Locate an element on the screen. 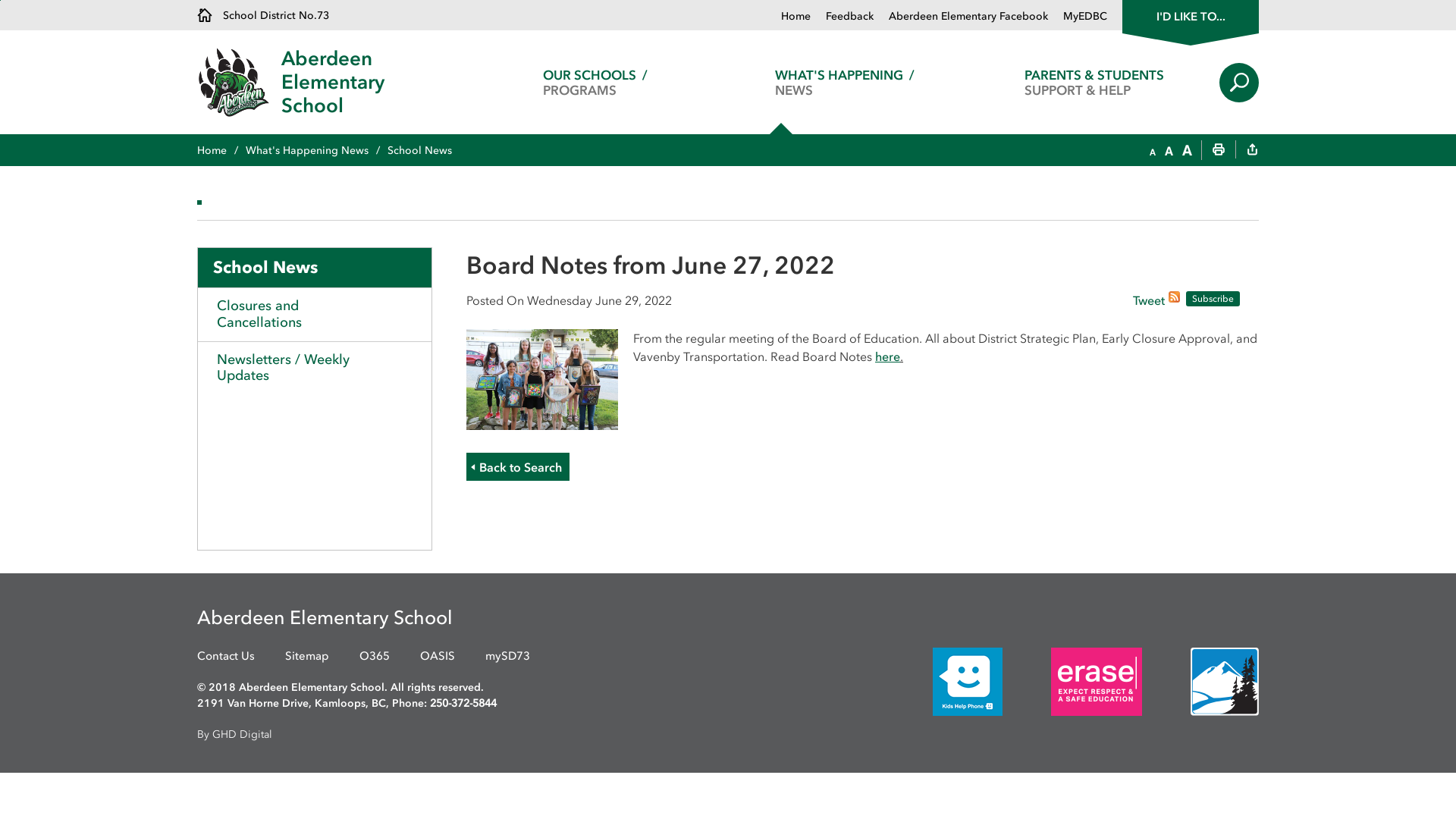 This screenshot has width=1456, height=819. 'What's Happening News' is located at coordinates (315, 150).